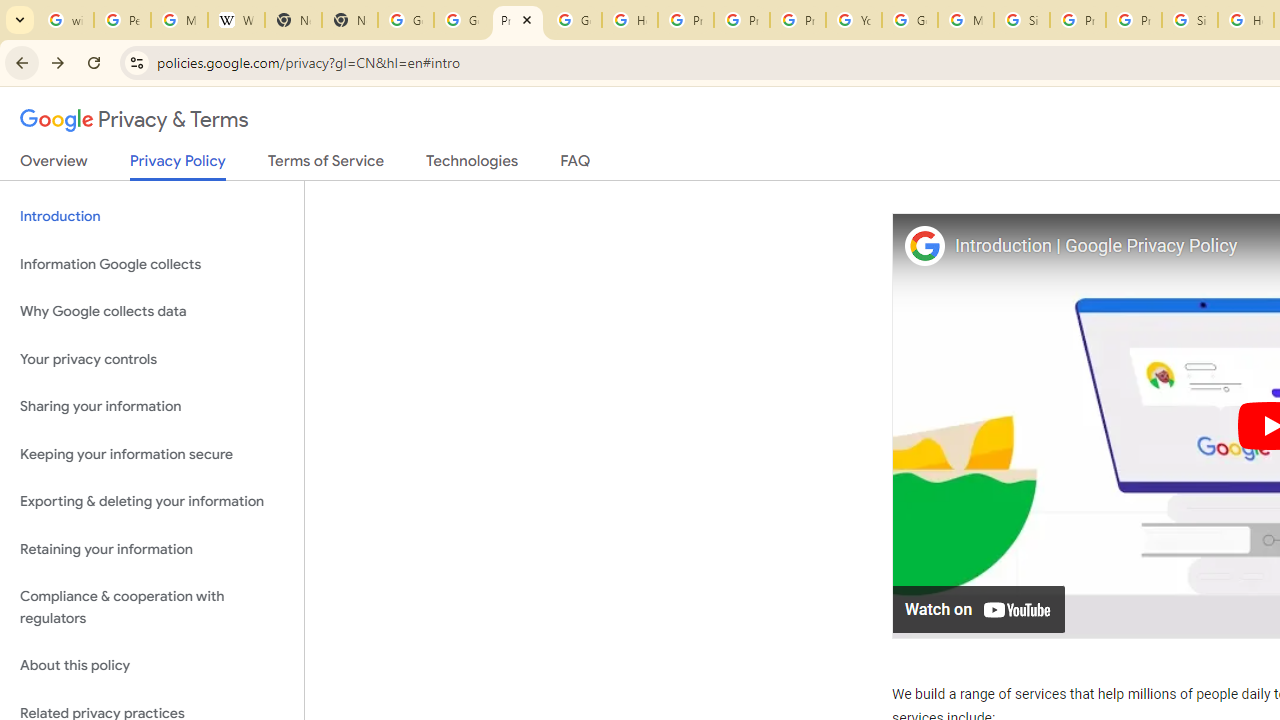 This screenshot has height=720, width=1280. What do you see at coordinates (1022, 20) in the screenshot?
I see `'Sign in - Google Accounts'` at bounding box center [1022, 20].